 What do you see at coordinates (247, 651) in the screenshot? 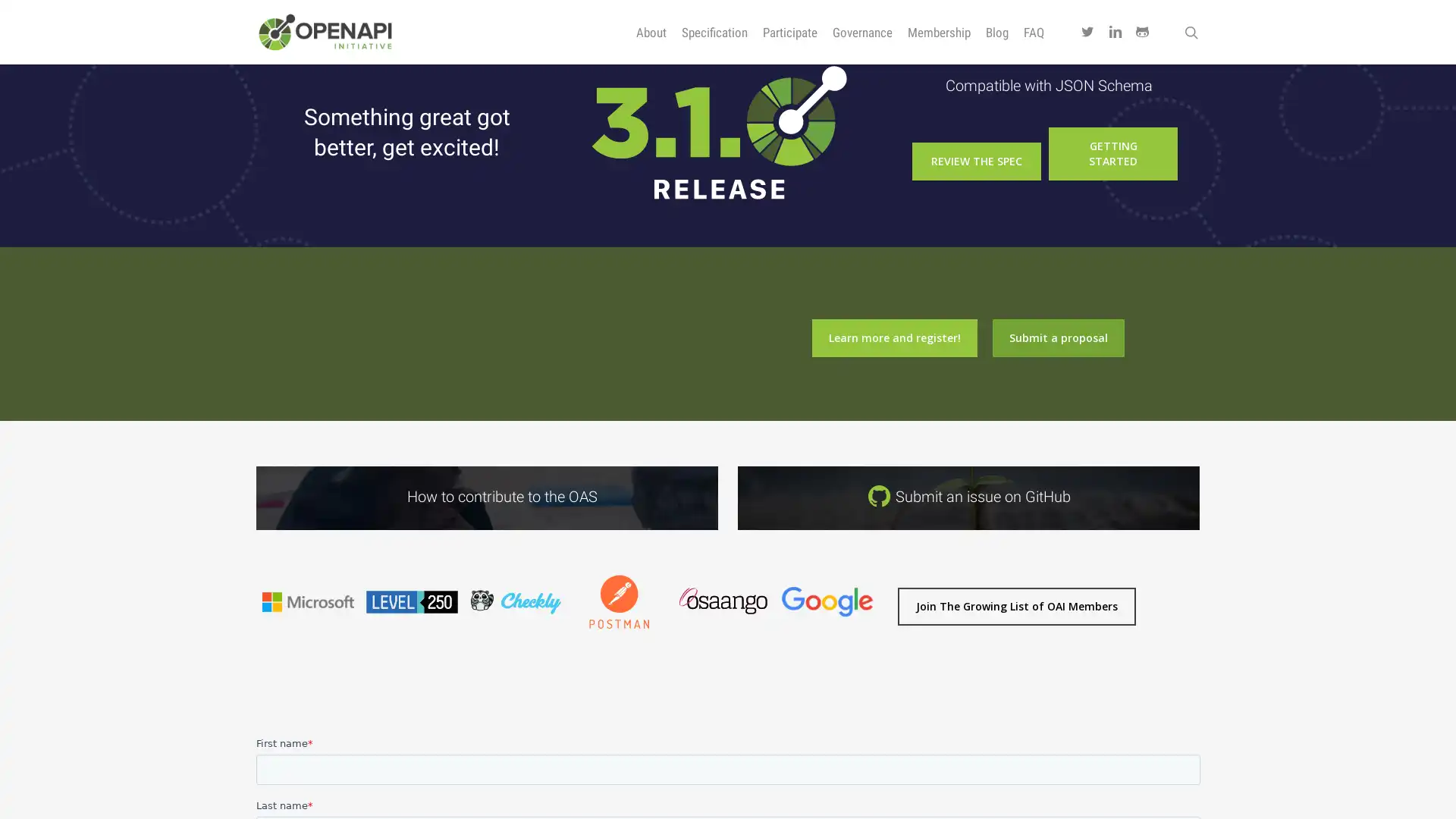
I see `Previous` at bounding box center [247, 651].